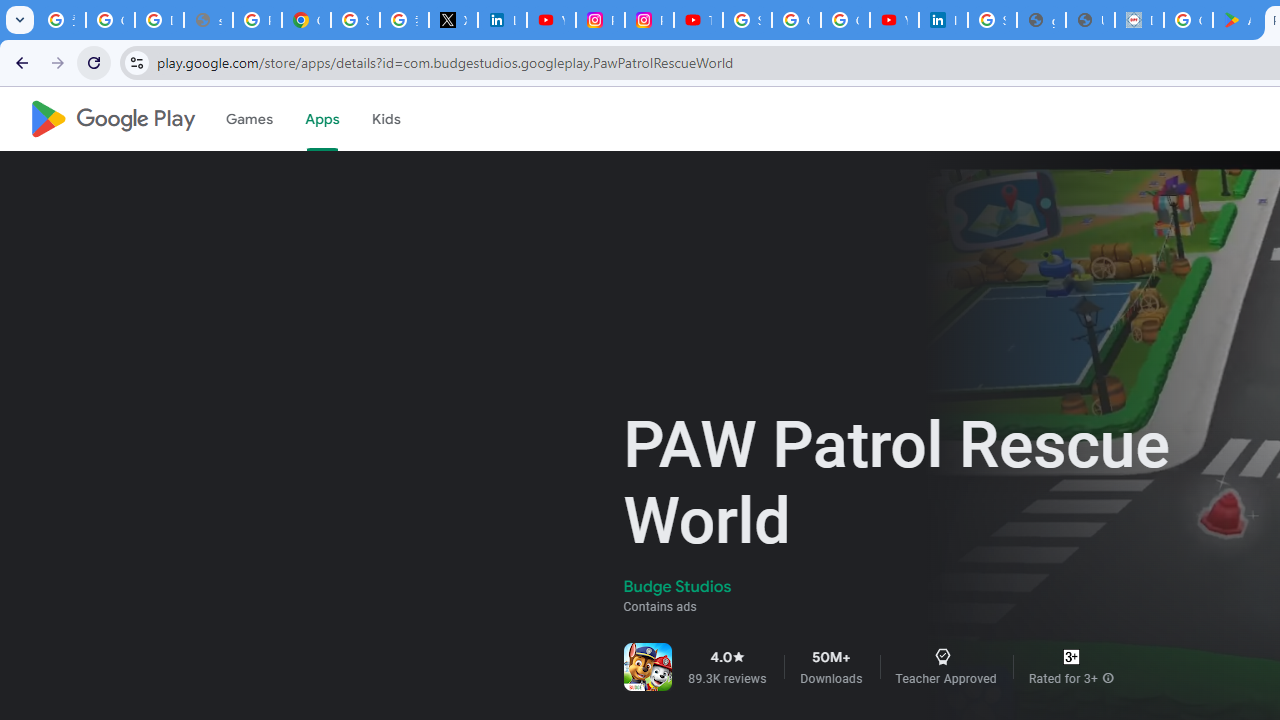 Image resolution: width=1280 pixels, height=720 pixels. Describe the element at coordinates (321, 119) in the screenshot. I see `'Apps'` at that location.